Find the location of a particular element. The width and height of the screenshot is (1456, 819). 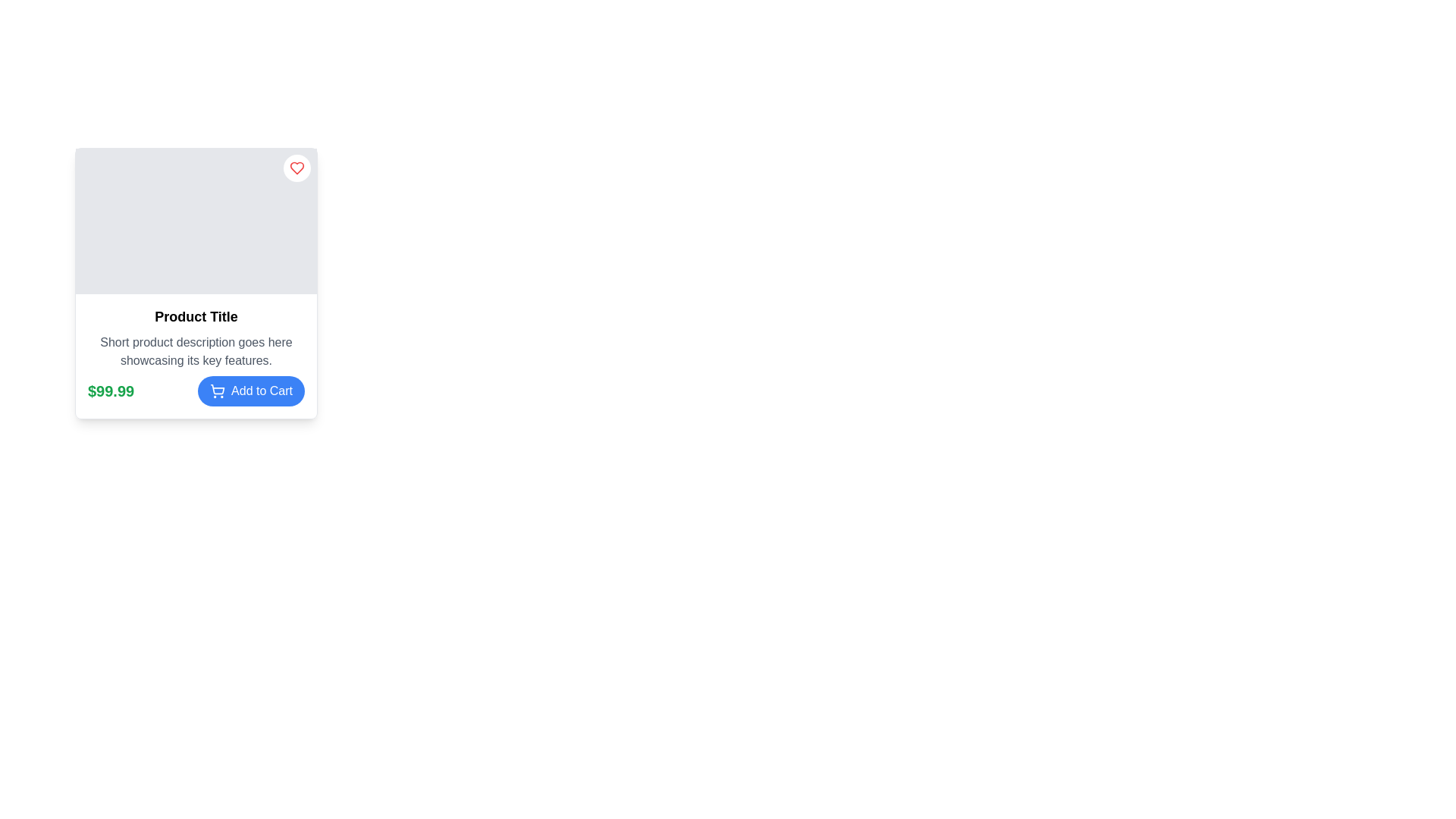

the shopping cart icon located within the blue 'Add to Cart' button at the bottom-right corner of the product card is located at coordinates (217, 388).